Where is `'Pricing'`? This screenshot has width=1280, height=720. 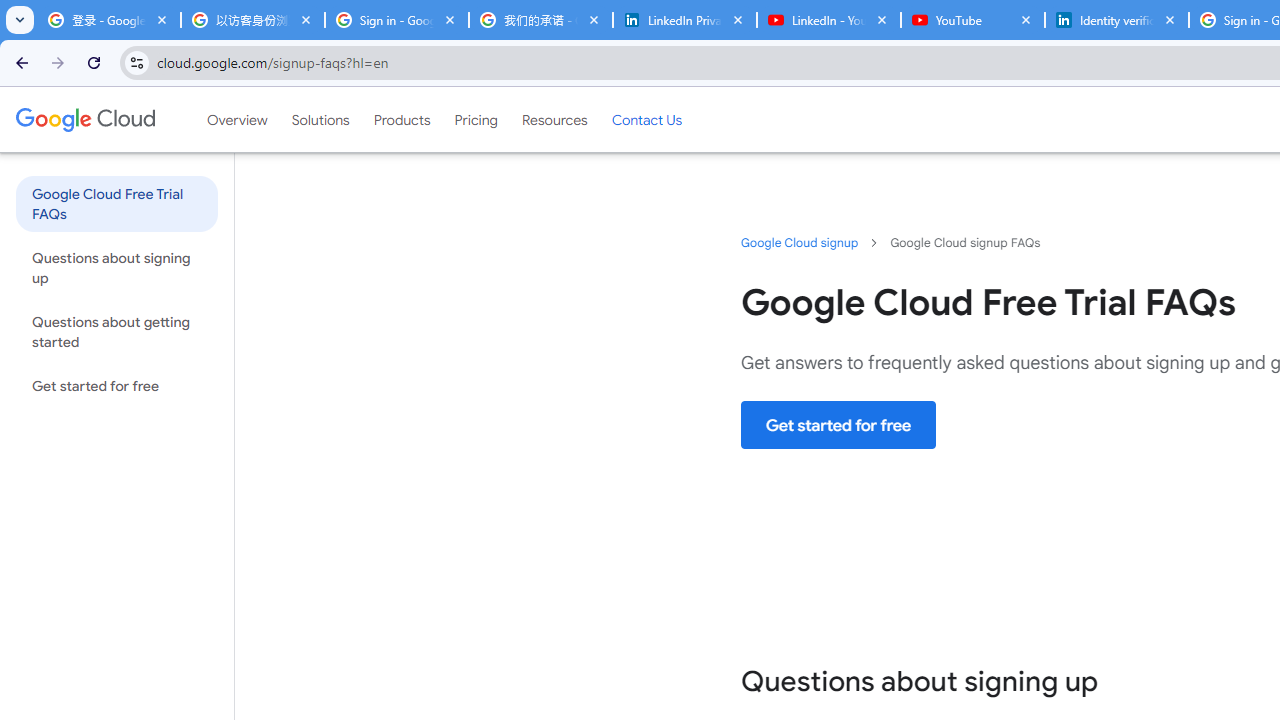
'Pricing' is located at coordinates (475, 119).